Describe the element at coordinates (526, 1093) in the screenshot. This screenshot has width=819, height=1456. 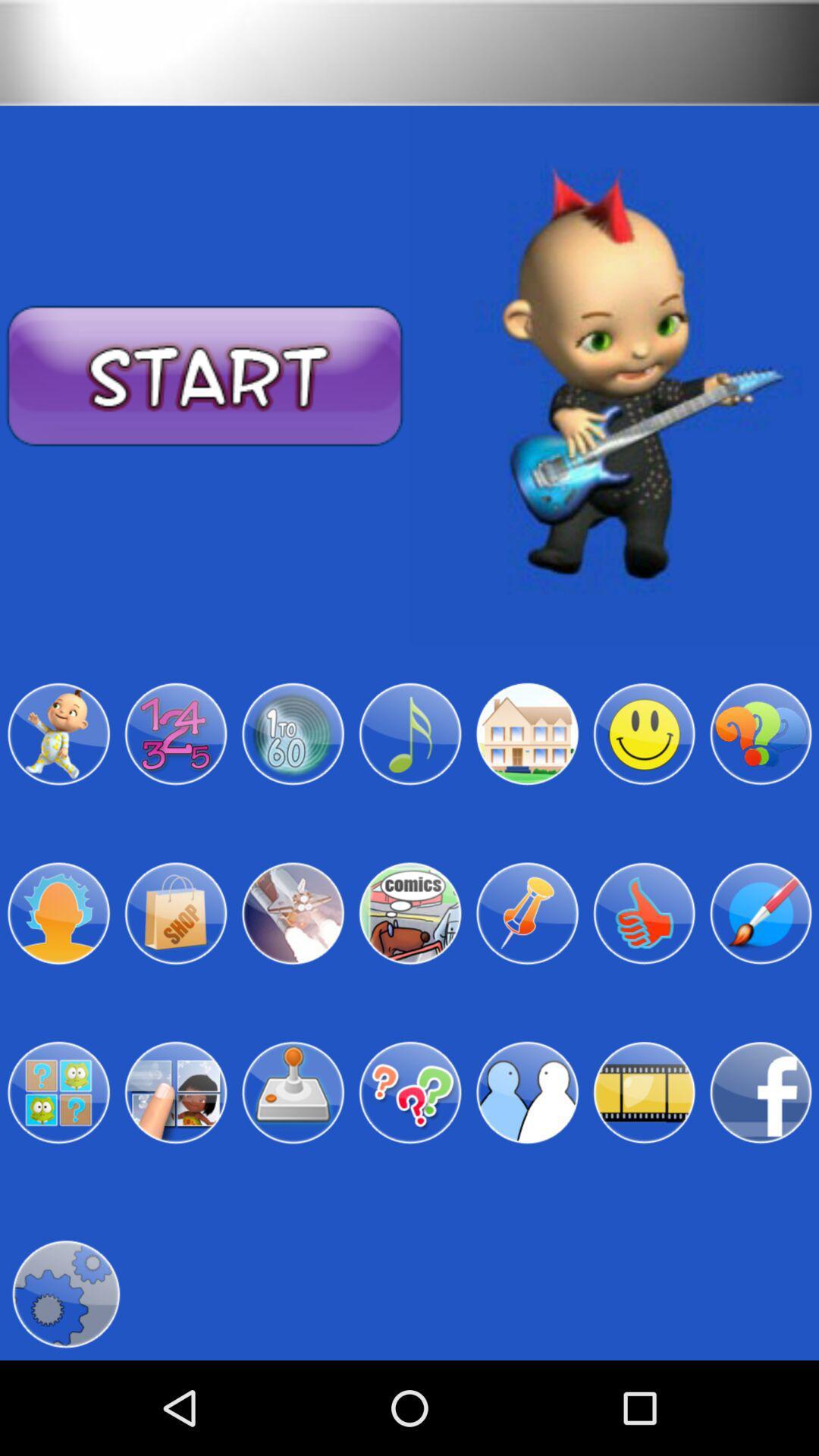
I see `choose profile` at that location.